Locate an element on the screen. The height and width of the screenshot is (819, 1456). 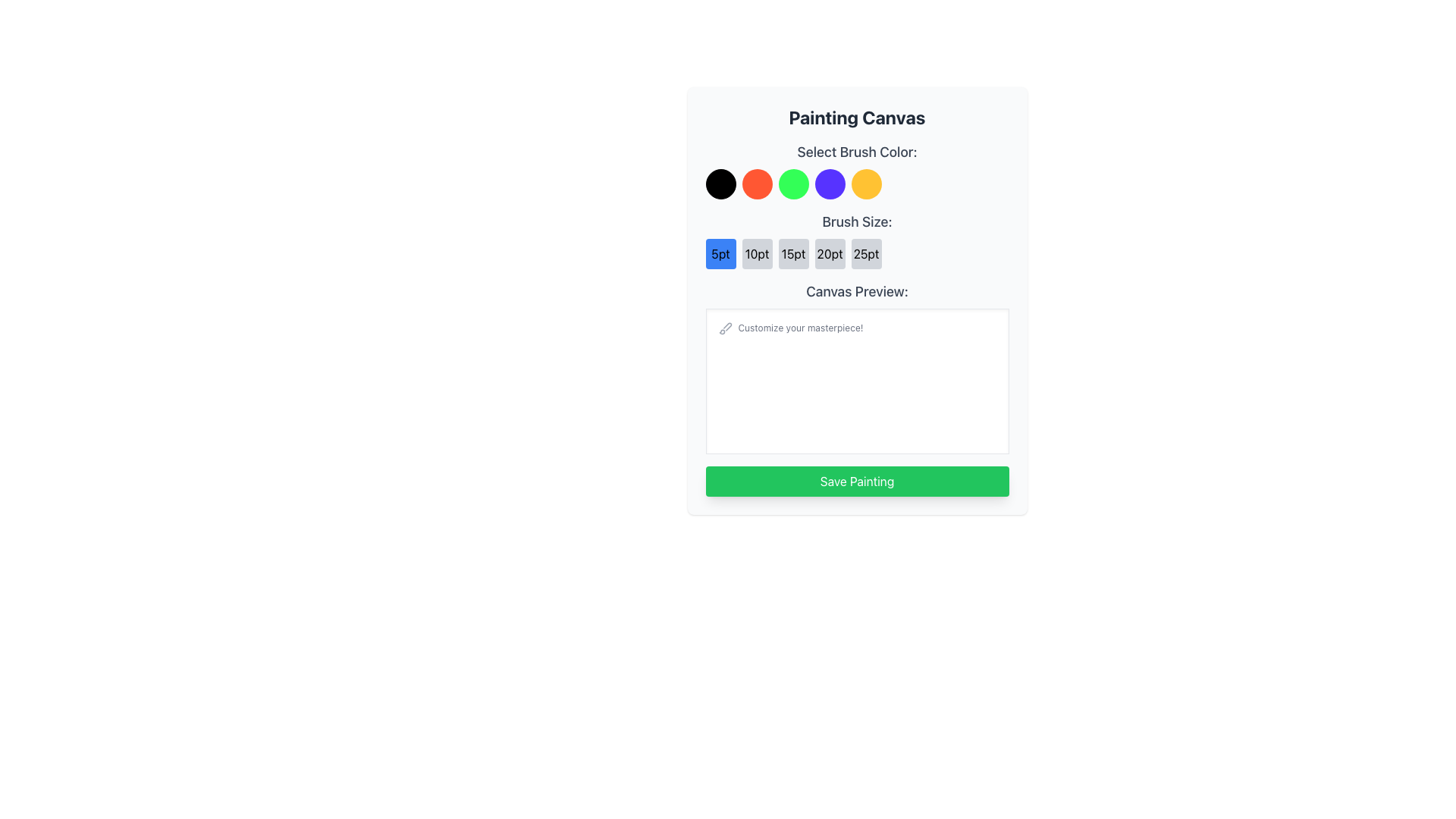
the circular purple button located under the 'Select Brush Color' title is located at coordinates (829, 184).